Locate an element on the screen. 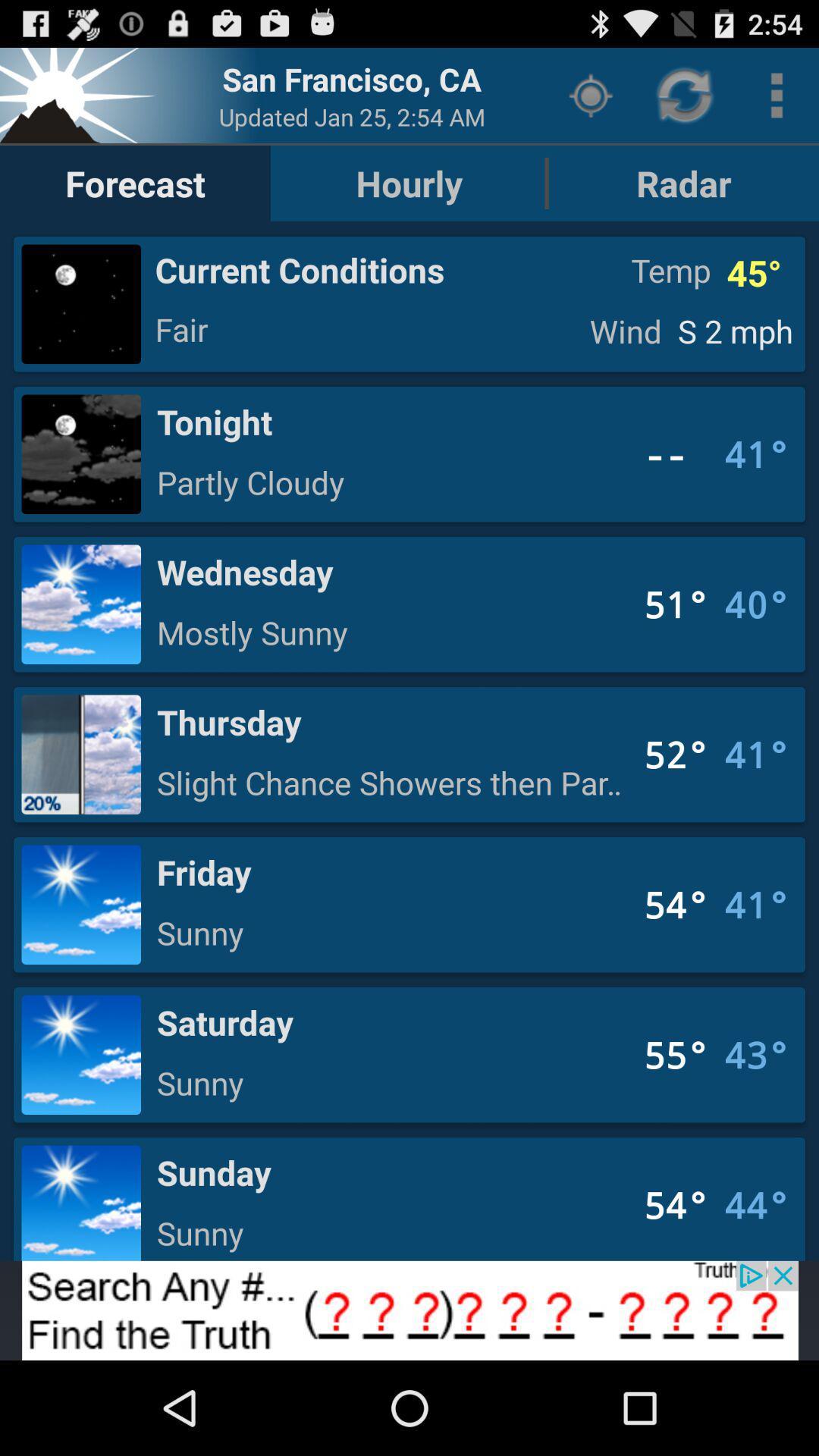 Image resolution: width=819 pixels, height=1456 pixels. the location_crosshair icon is located at coordinates (590, 101).